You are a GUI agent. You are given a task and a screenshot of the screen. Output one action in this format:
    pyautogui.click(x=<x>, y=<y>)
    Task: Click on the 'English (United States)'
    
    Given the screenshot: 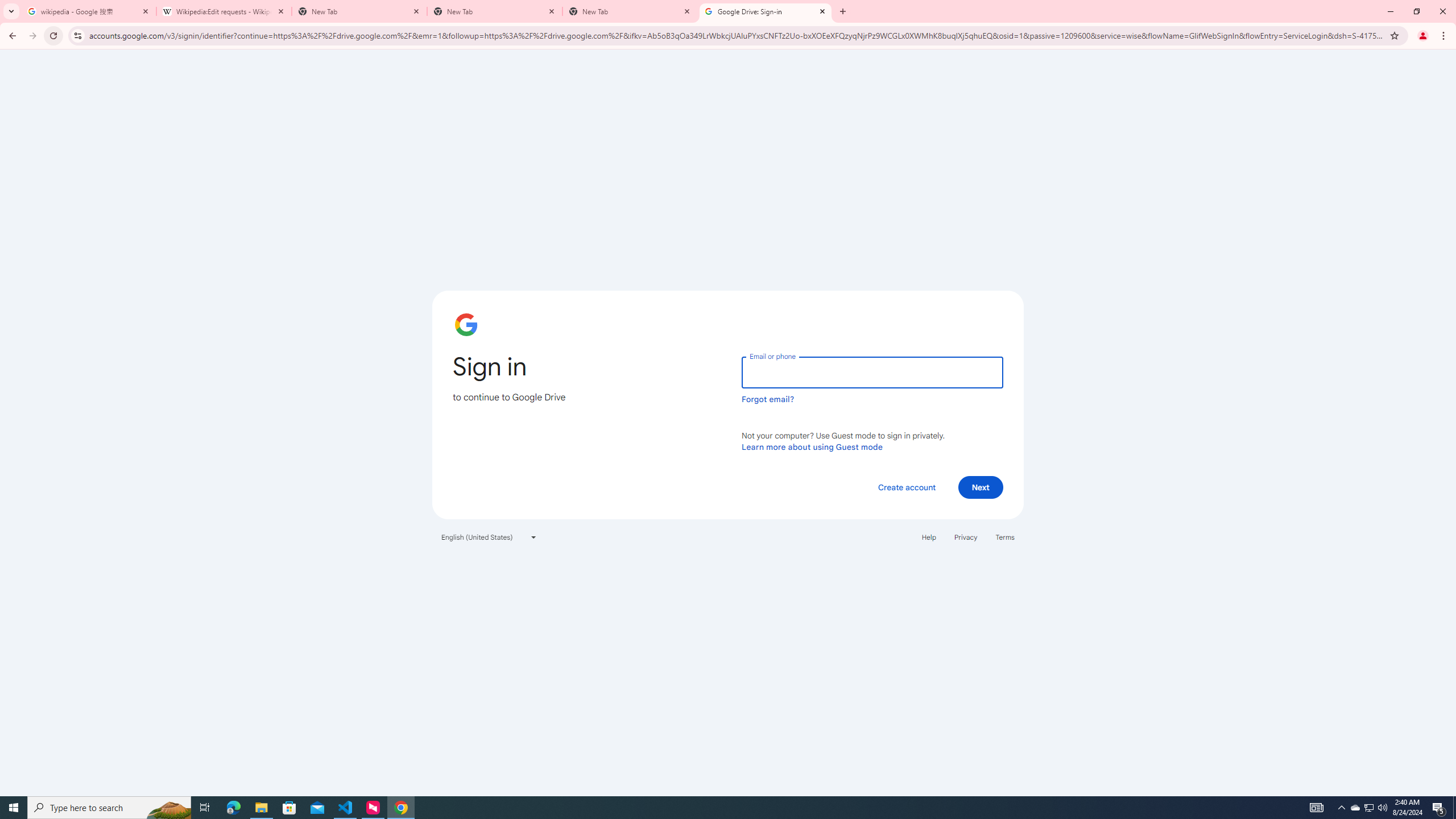 What is the action you would take?
    pyautogui.click(x=489, y=536)
    